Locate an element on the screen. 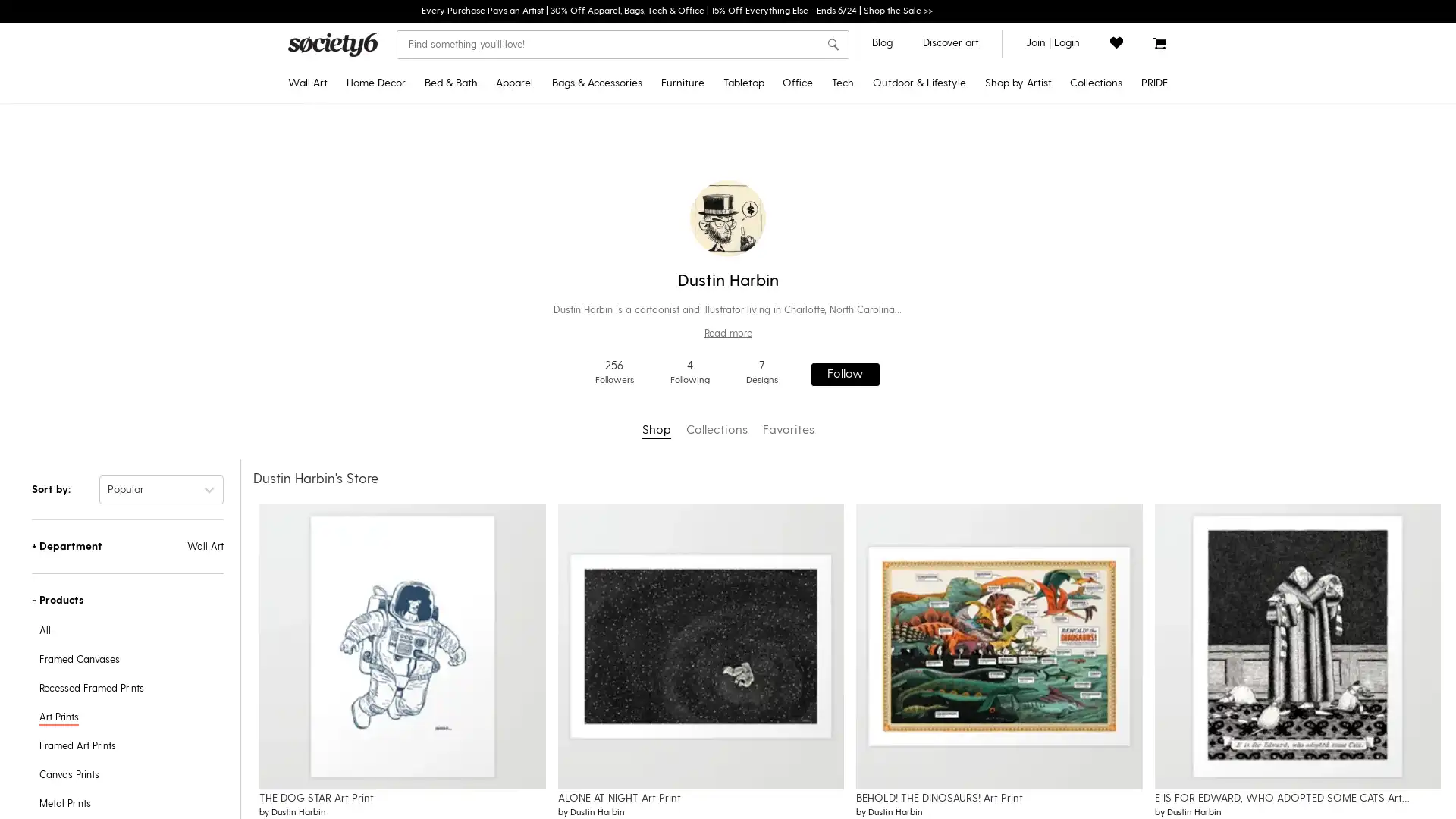 The image size is (1456, 819). Celebrate Pride Month is located at coordinates (1094, 121).